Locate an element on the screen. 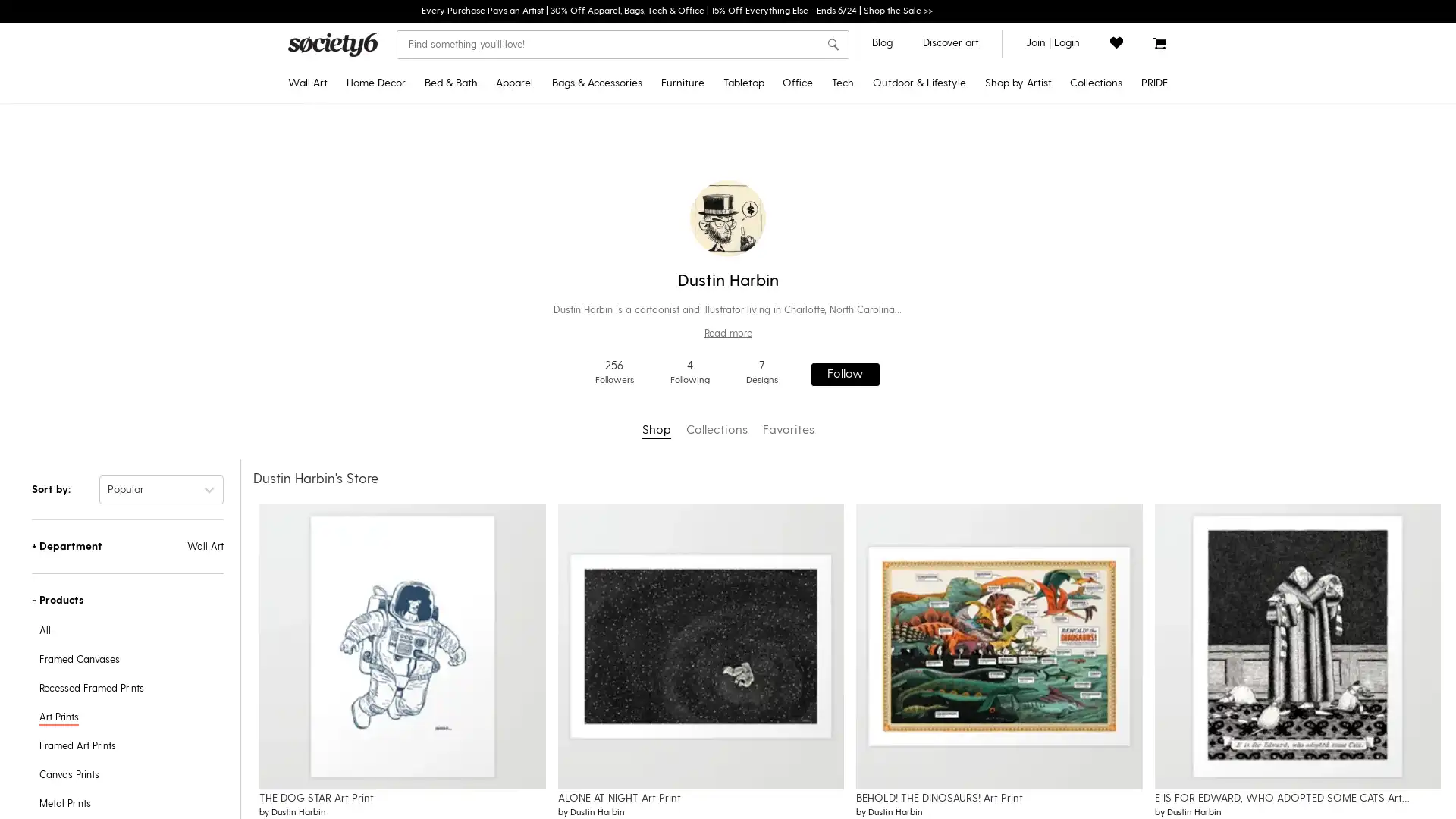 The image size is (1456, 819). Celebrate Pride Month is located at coordinates (1094, 121).